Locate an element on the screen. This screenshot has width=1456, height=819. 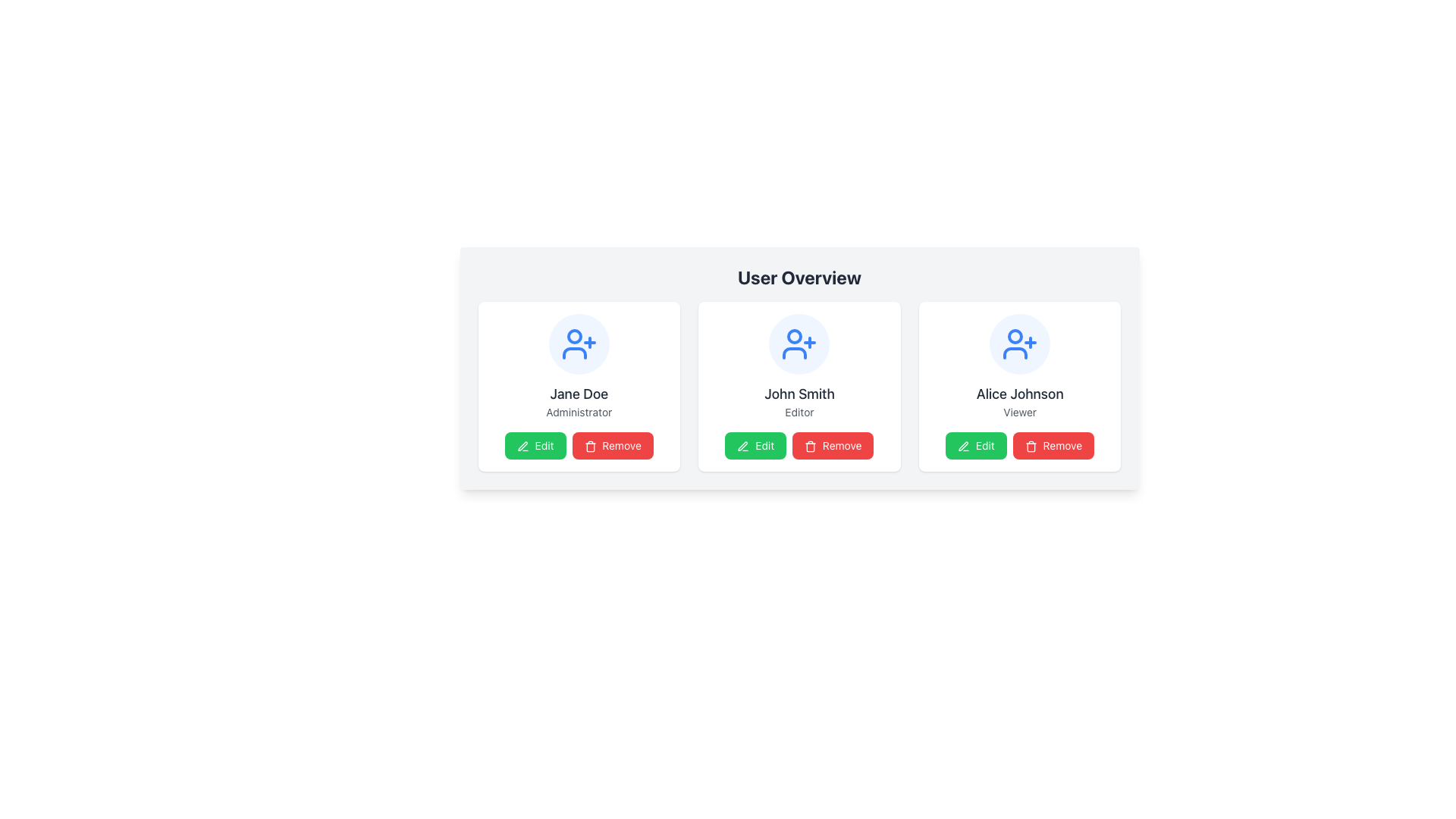
the text label displaying the name 'John Smith' which is centrally positioned within the user card interface is located at coordinates (799, 394).